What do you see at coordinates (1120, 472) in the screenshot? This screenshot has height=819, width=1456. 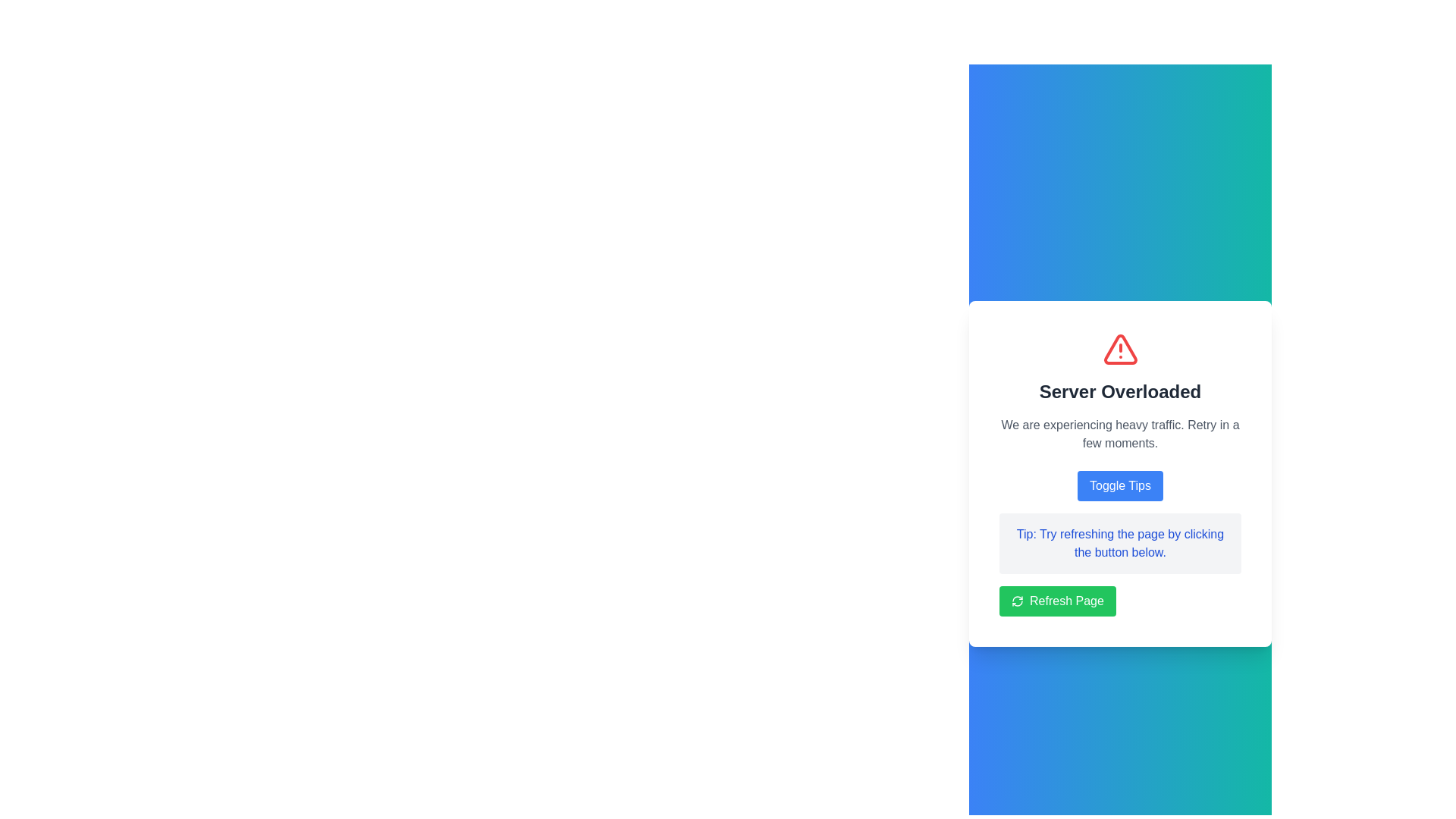 I see `the 'Toggle Tips' button on the Notification component` at bounding box center [1120, 472].